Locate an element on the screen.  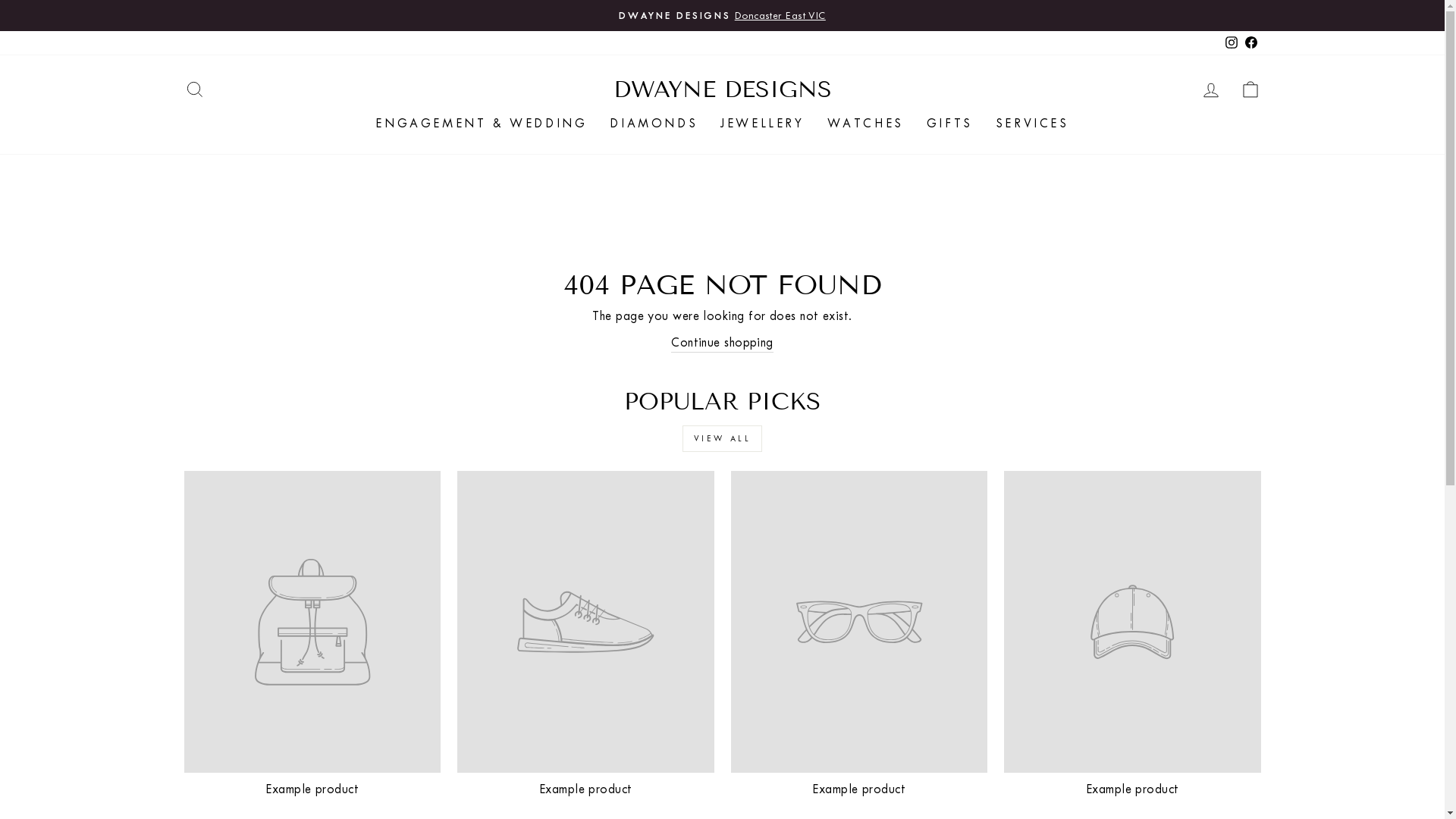
'CART' is located at coordinates (1249, 89).